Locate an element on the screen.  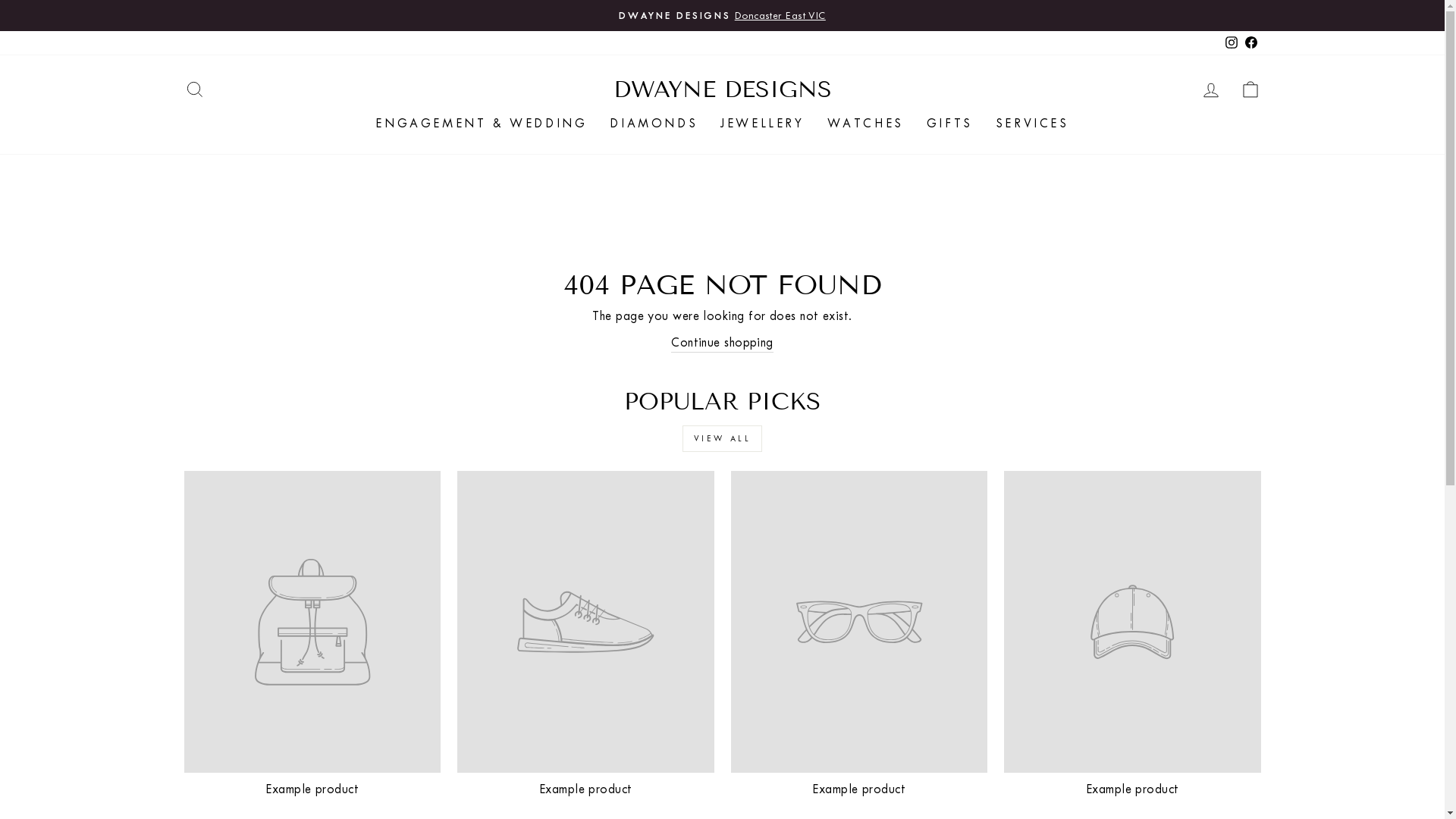
'CART' is located at coordinates (1249, 89).